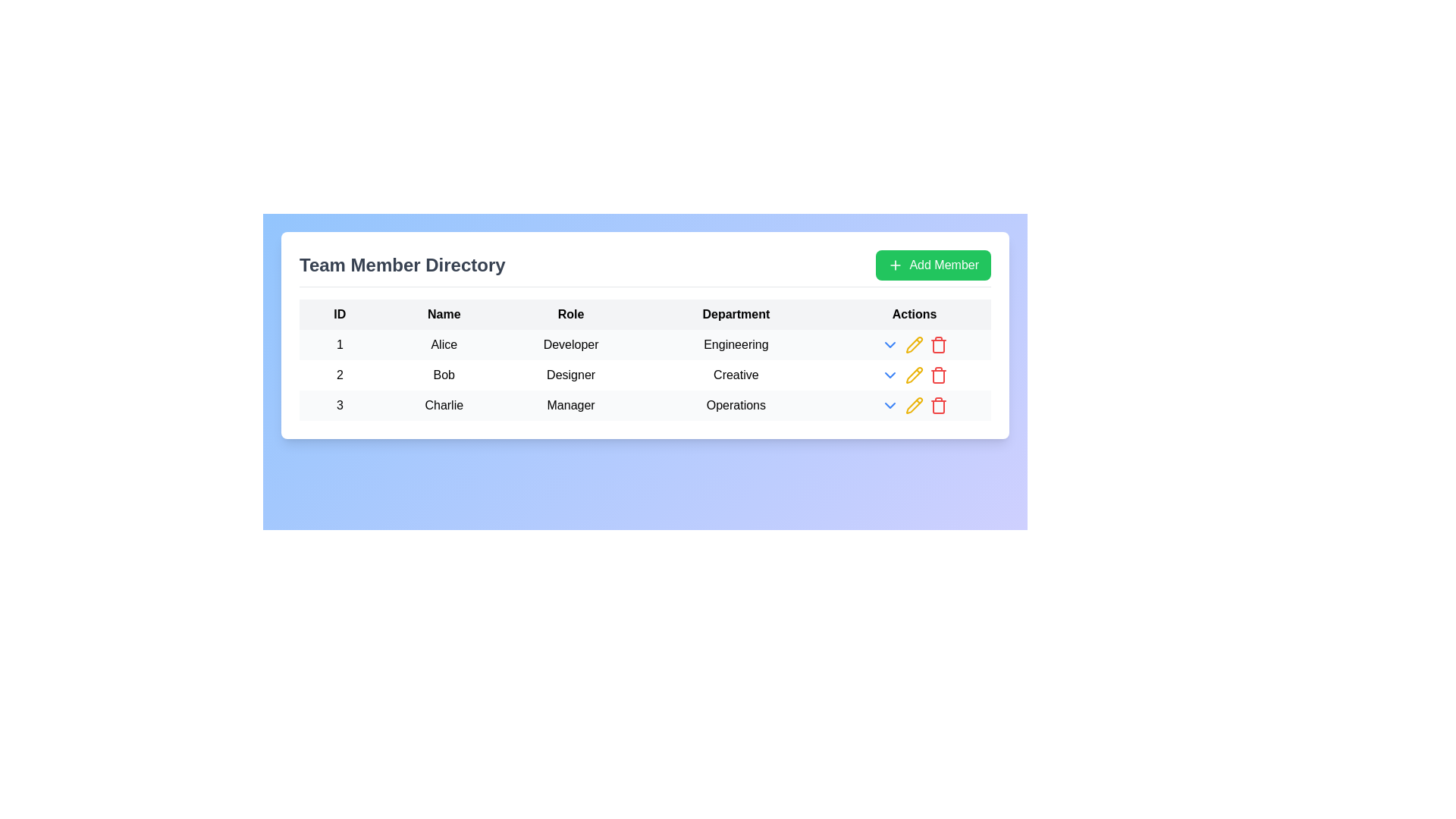 This screenshot has height=819, width=1456. What do you see at coordinates (914, 405) in the screenshot?
I see `the edit icon located in the 'Actions' column of the third row in the team members table to initiate editing the associated data` at bounding box center [914, 405].